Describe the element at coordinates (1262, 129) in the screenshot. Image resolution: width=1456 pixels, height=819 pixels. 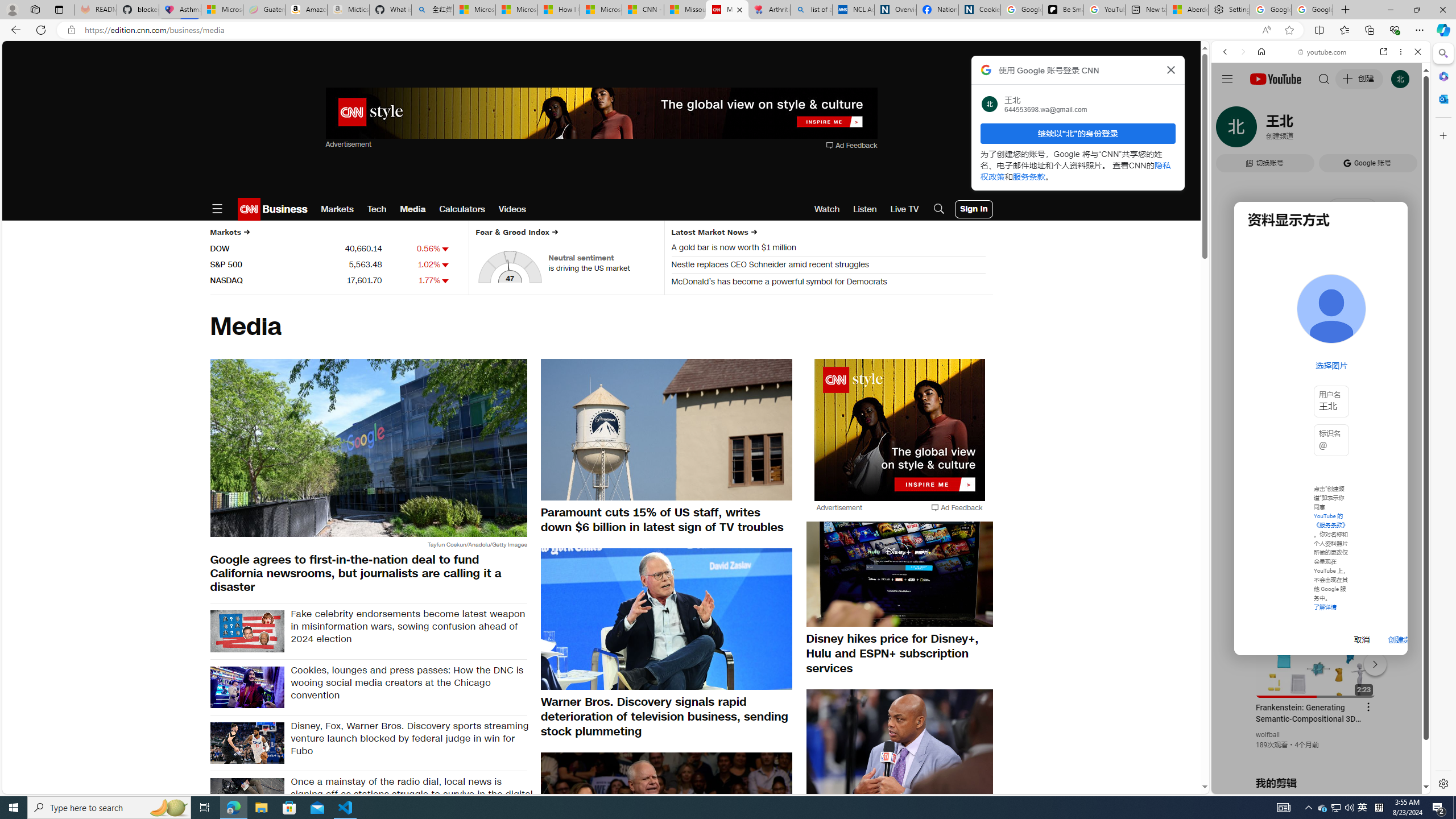
I see `'Search Filter, IMAGES'` at that location.